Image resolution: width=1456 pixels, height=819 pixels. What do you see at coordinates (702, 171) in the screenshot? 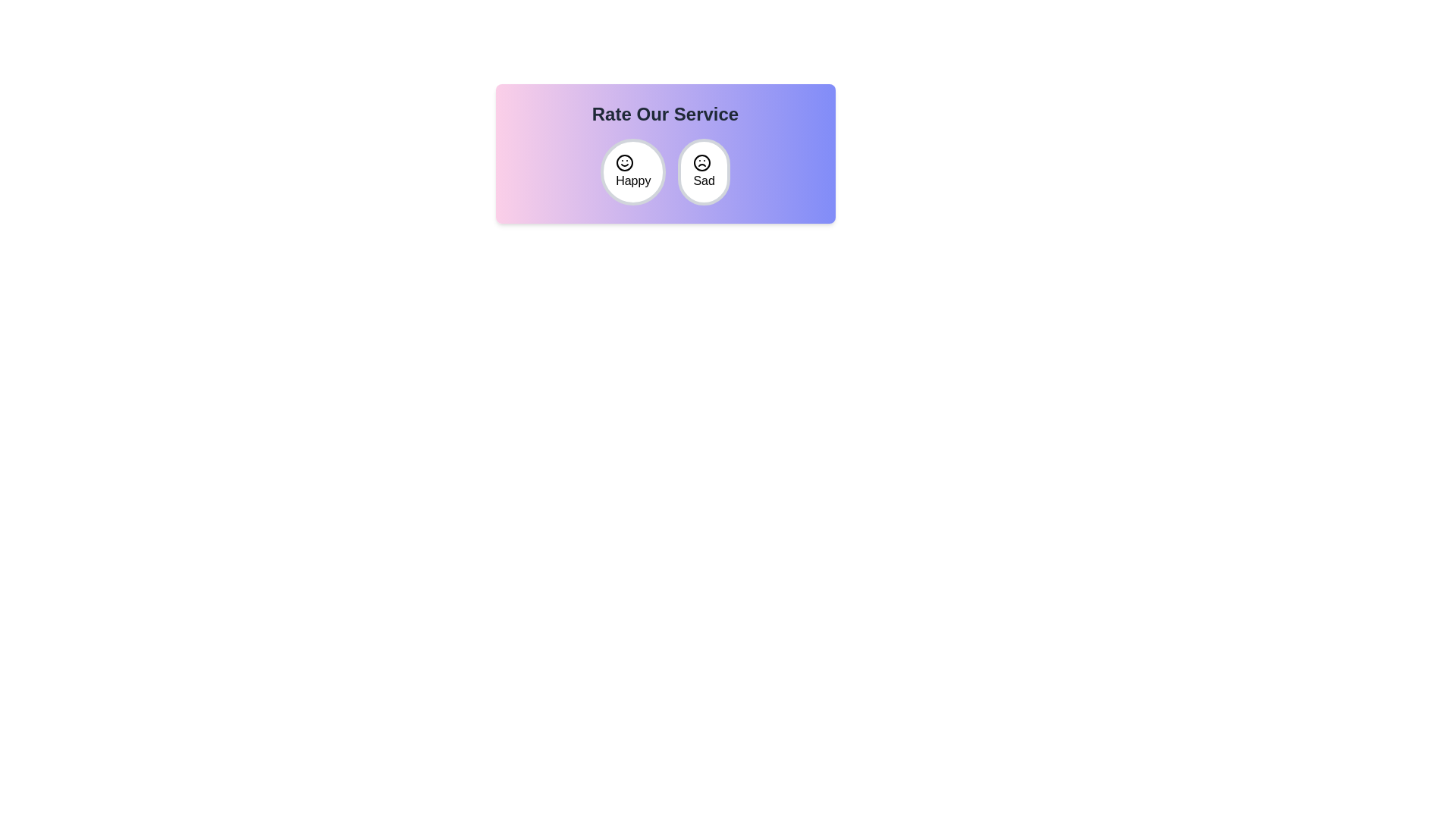
I see `the emoji Sad to observe the hover effect` at bounding box center [702, 171].